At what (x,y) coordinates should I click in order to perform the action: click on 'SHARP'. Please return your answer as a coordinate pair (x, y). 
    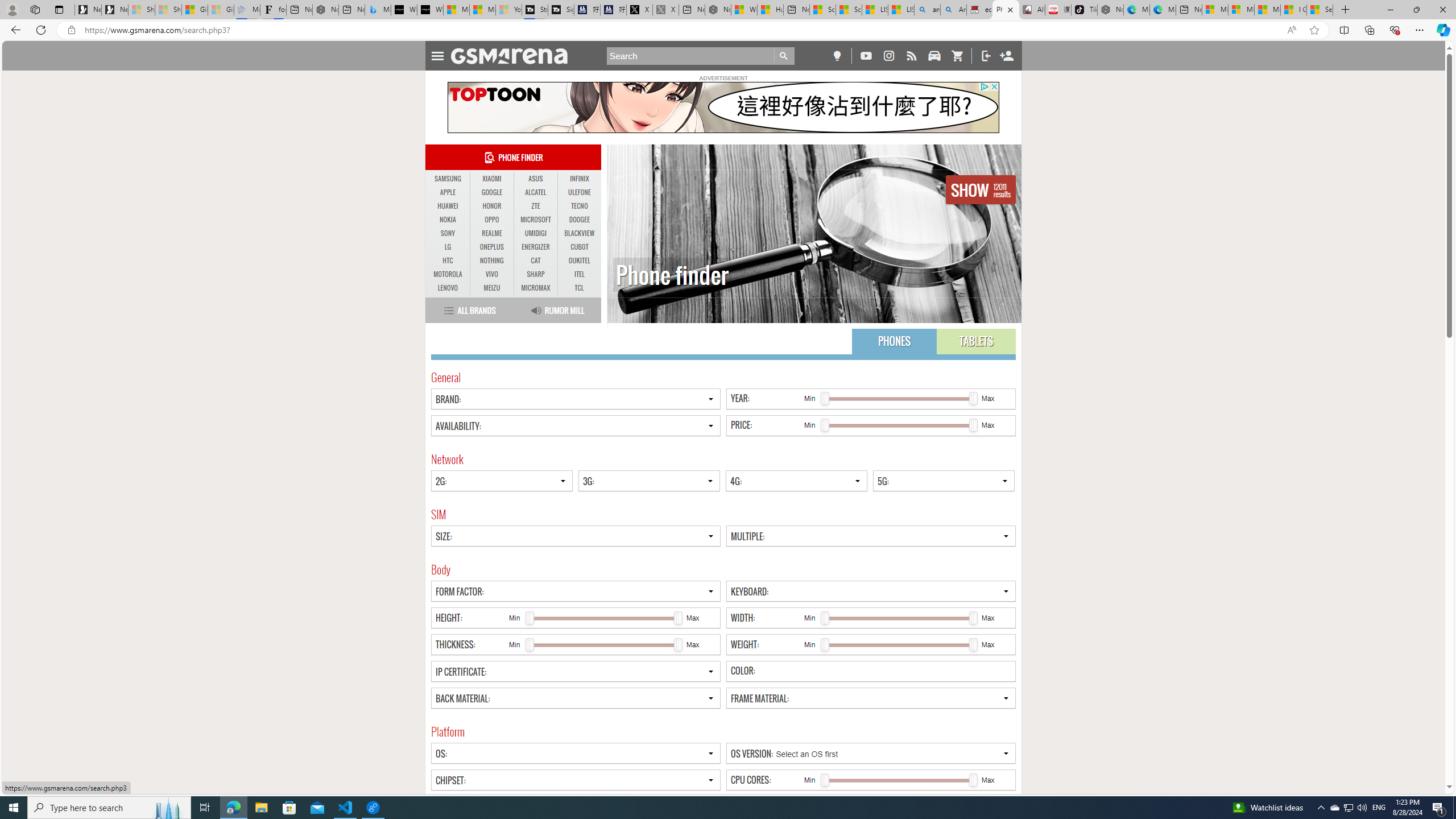
    Looking at the image, I should click on (535, 274).